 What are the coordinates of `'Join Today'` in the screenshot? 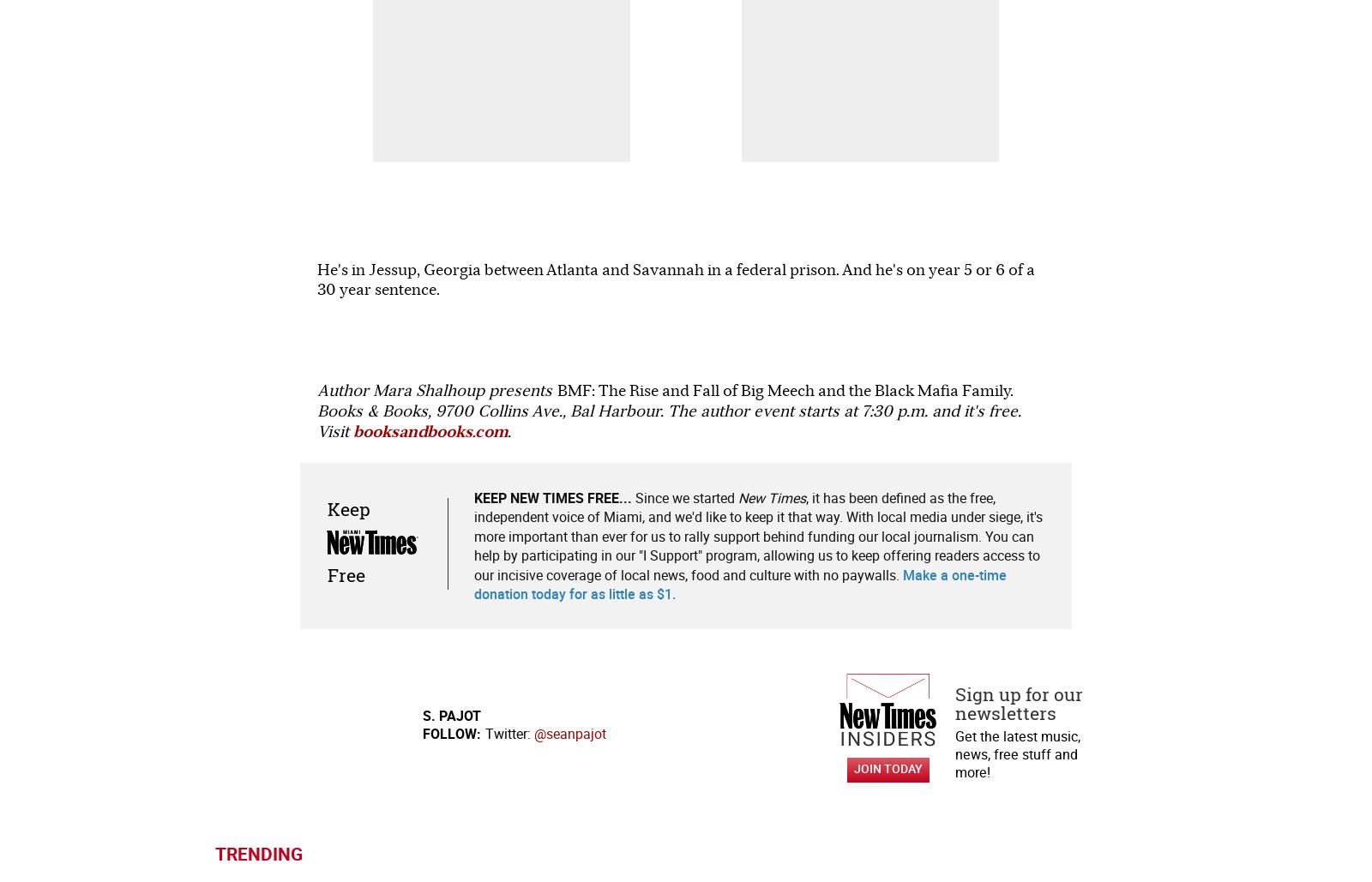 It's located at (888, 186).